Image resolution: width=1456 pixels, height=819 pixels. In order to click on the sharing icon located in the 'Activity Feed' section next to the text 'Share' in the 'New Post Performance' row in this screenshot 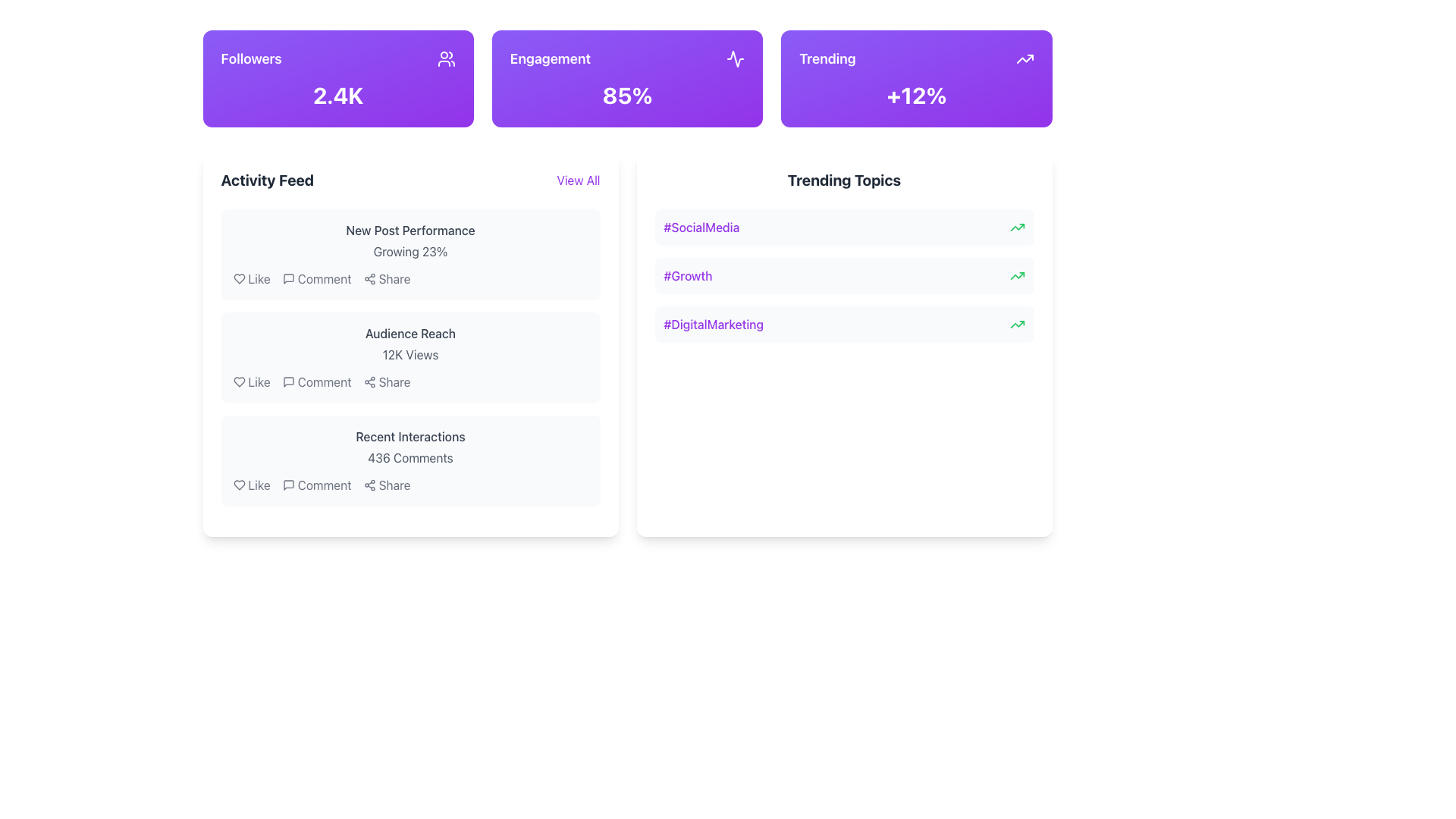, I will do `click(369, 278)`.